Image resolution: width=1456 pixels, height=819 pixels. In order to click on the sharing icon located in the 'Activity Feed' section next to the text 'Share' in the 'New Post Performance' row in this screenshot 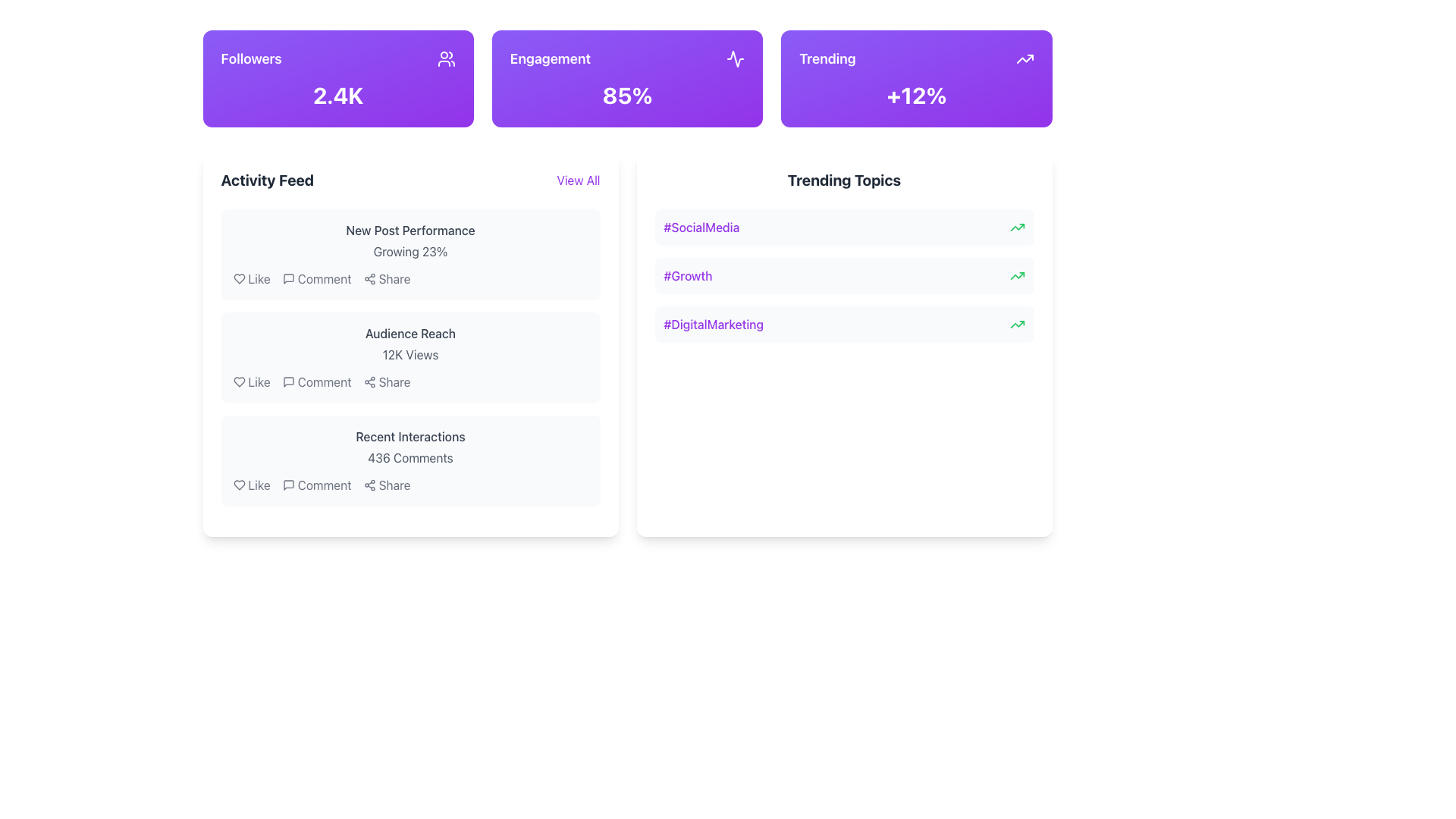, I will do `click(369, 278)`.